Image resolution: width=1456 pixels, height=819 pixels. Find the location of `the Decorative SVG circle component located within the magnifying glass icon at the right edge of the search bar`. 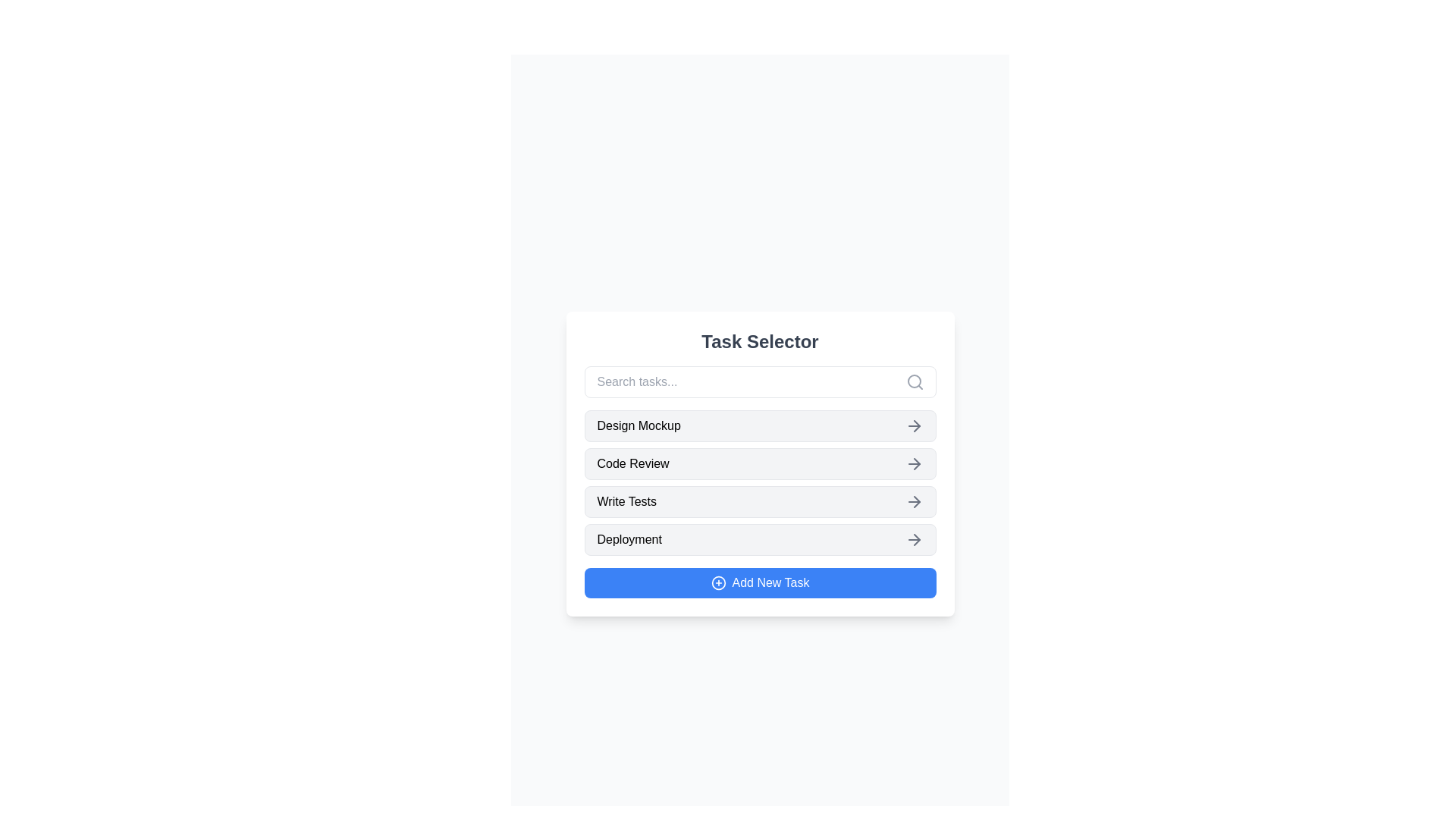

the Decorative SVG circle component located within the magnifying glass icon at the right edge of the search bar is located at coordinates (913, 380).